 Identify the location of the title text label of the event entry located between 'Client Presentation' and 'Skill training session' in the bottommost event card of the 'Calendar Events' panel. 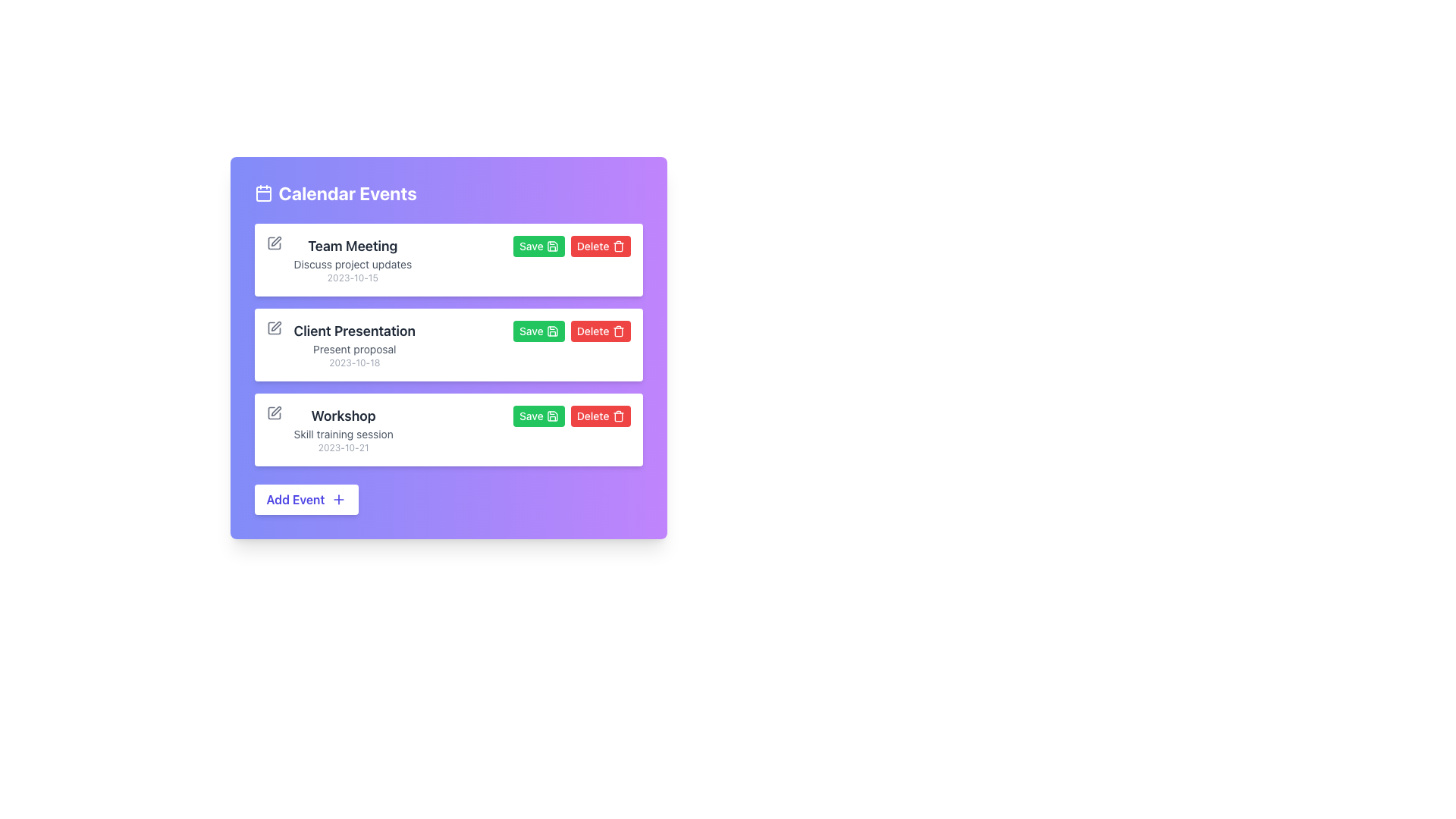
(343, 416).